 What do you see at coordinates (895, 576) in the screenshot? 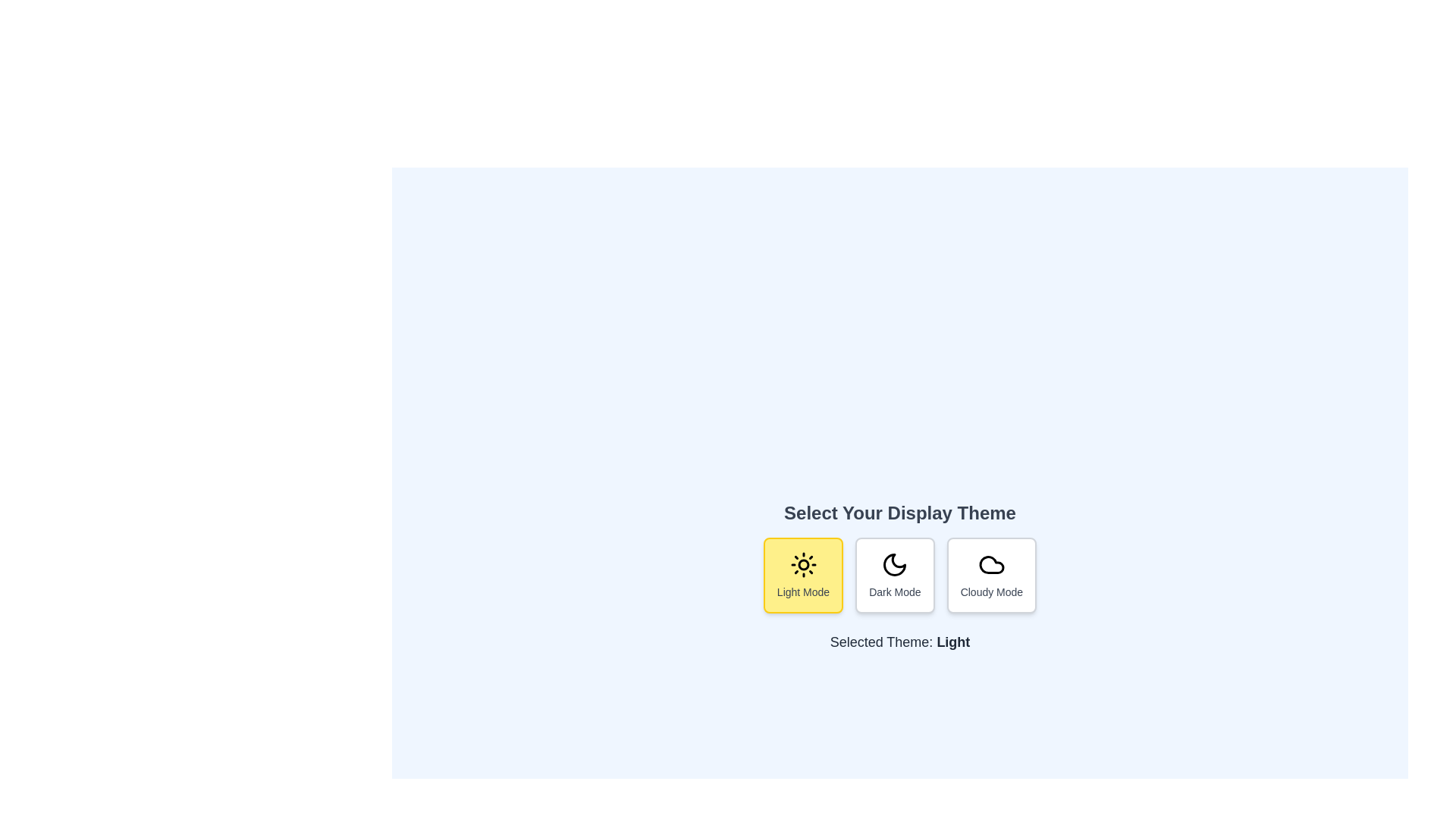
I see `the Dark Mode button to see its hover effect` at bounding box center [895, 576].